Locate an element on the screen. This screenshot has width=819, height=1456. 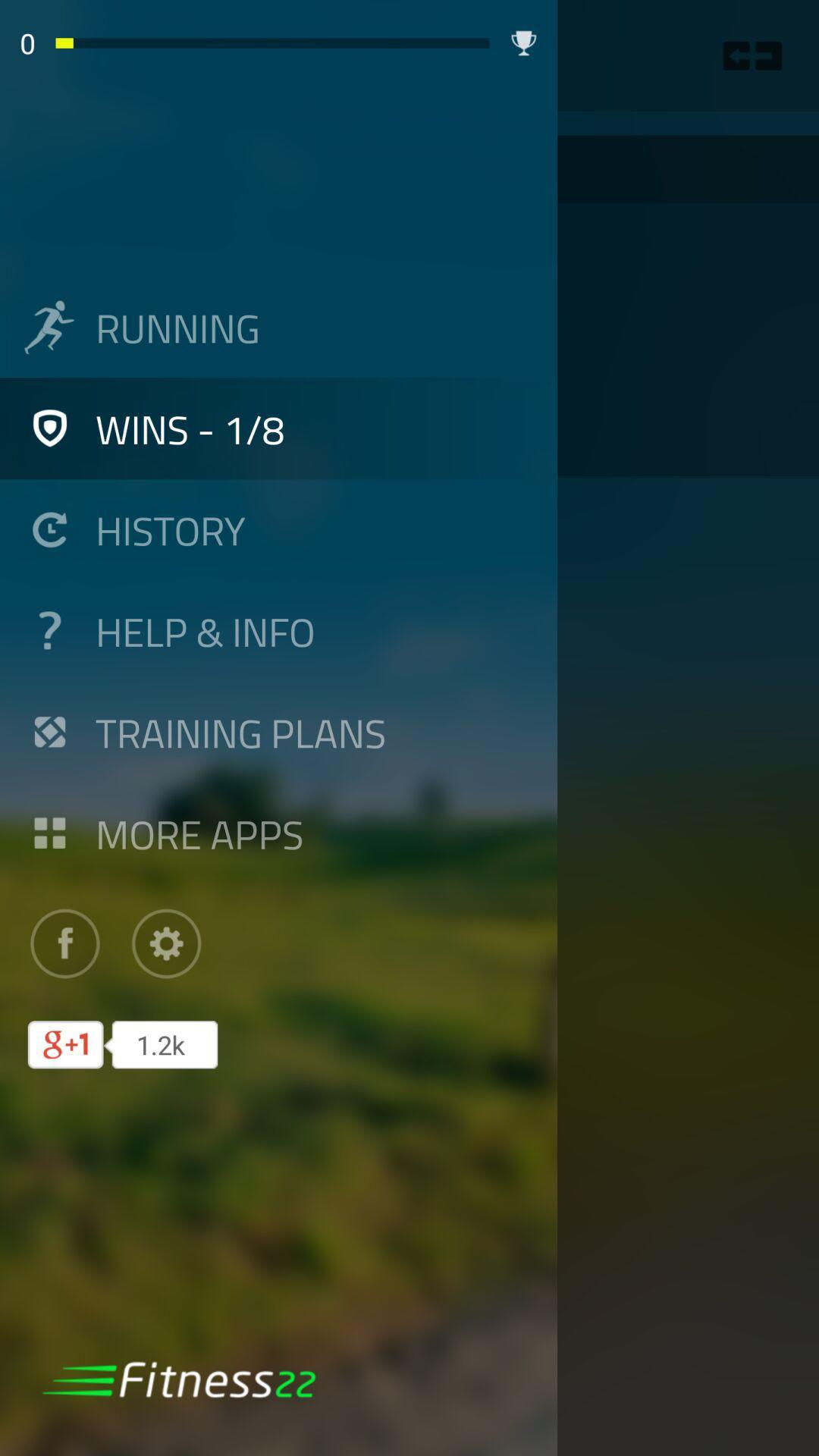
logo at bottom left corner is located at coordinates (178, 1379).